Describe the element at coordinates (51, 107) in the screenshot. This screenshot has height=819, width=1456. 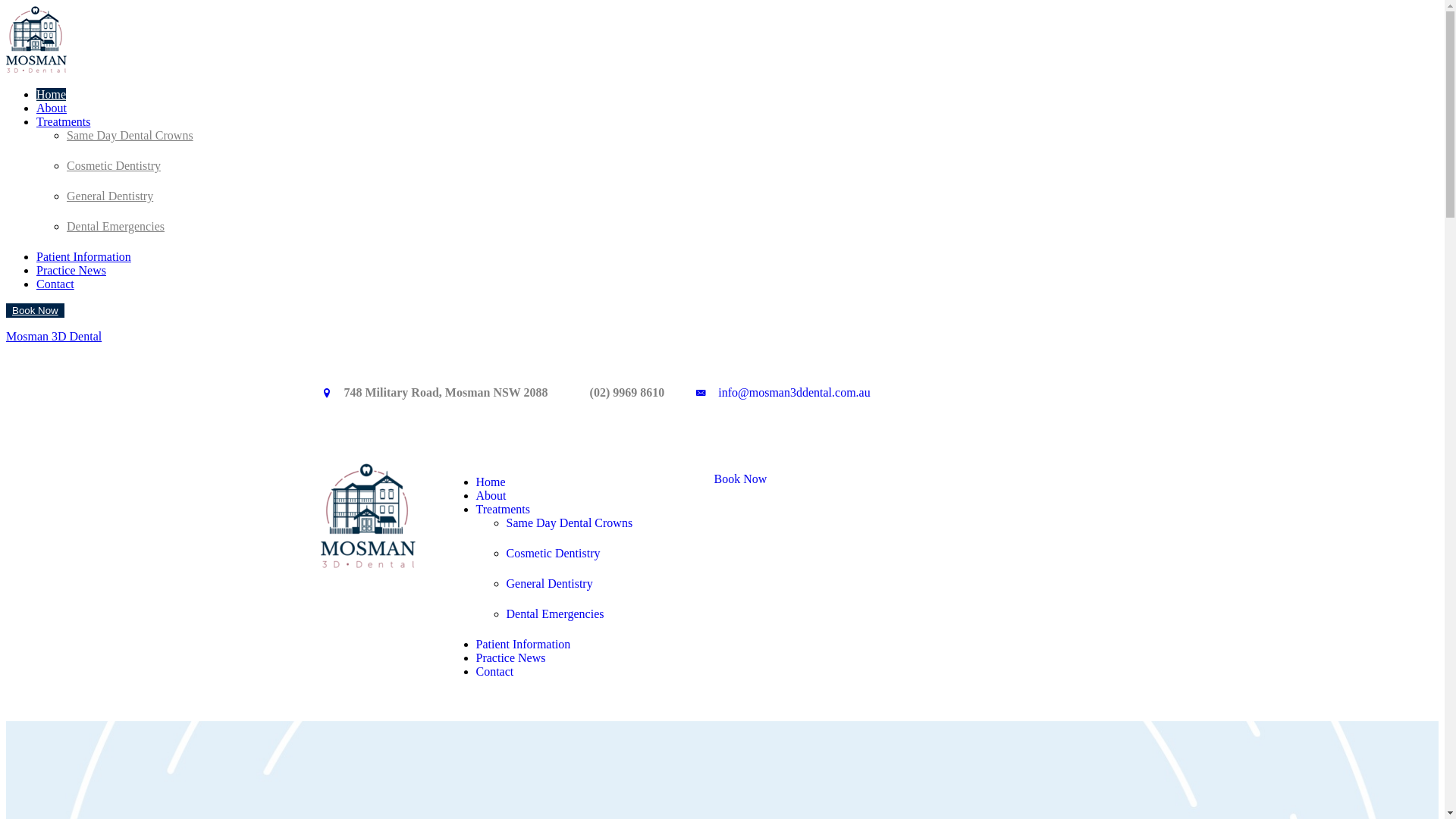
I see `'About'` at that location.